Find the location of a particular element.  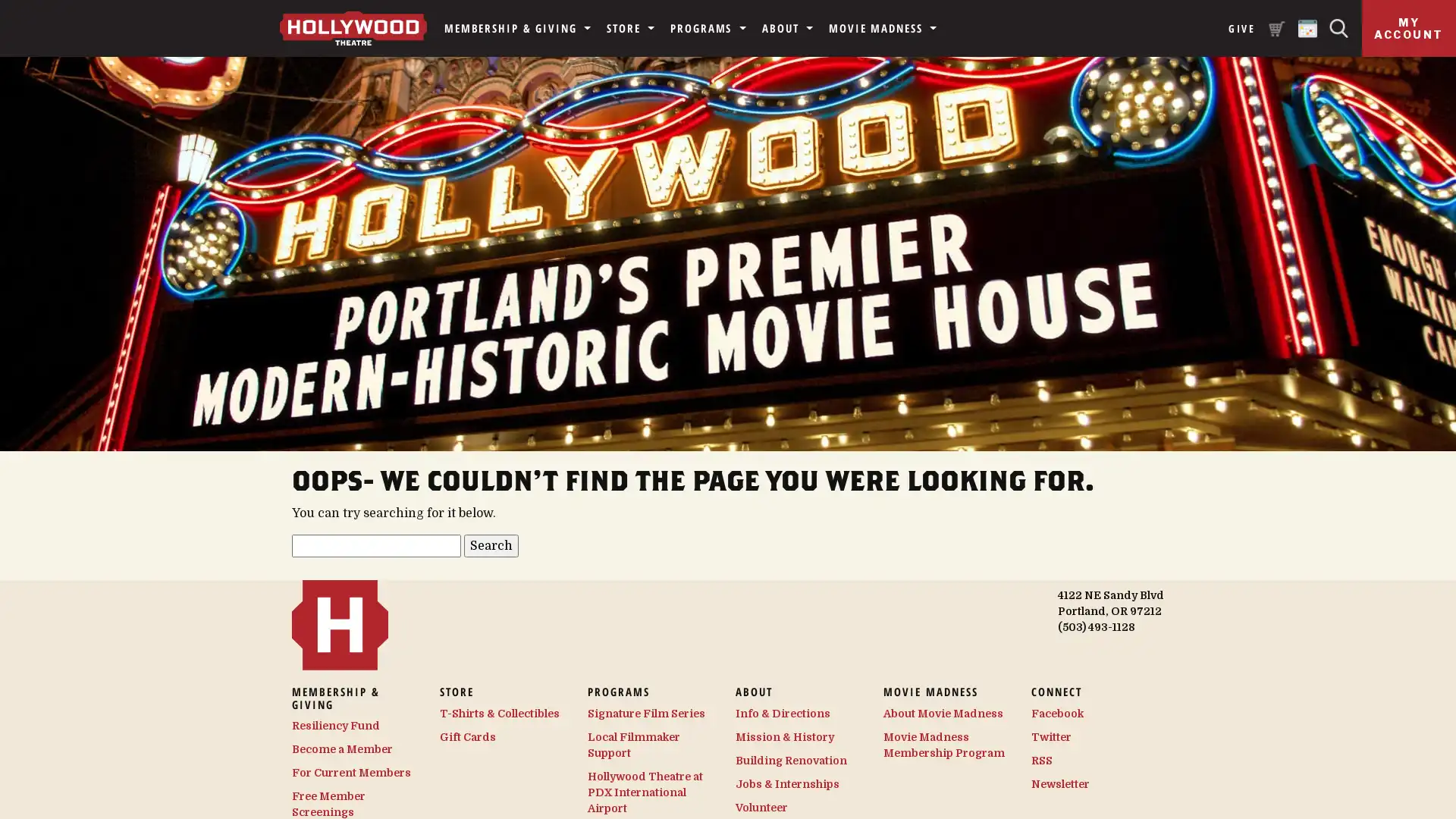

PROGRAMS is located at coordinates (708, 28).